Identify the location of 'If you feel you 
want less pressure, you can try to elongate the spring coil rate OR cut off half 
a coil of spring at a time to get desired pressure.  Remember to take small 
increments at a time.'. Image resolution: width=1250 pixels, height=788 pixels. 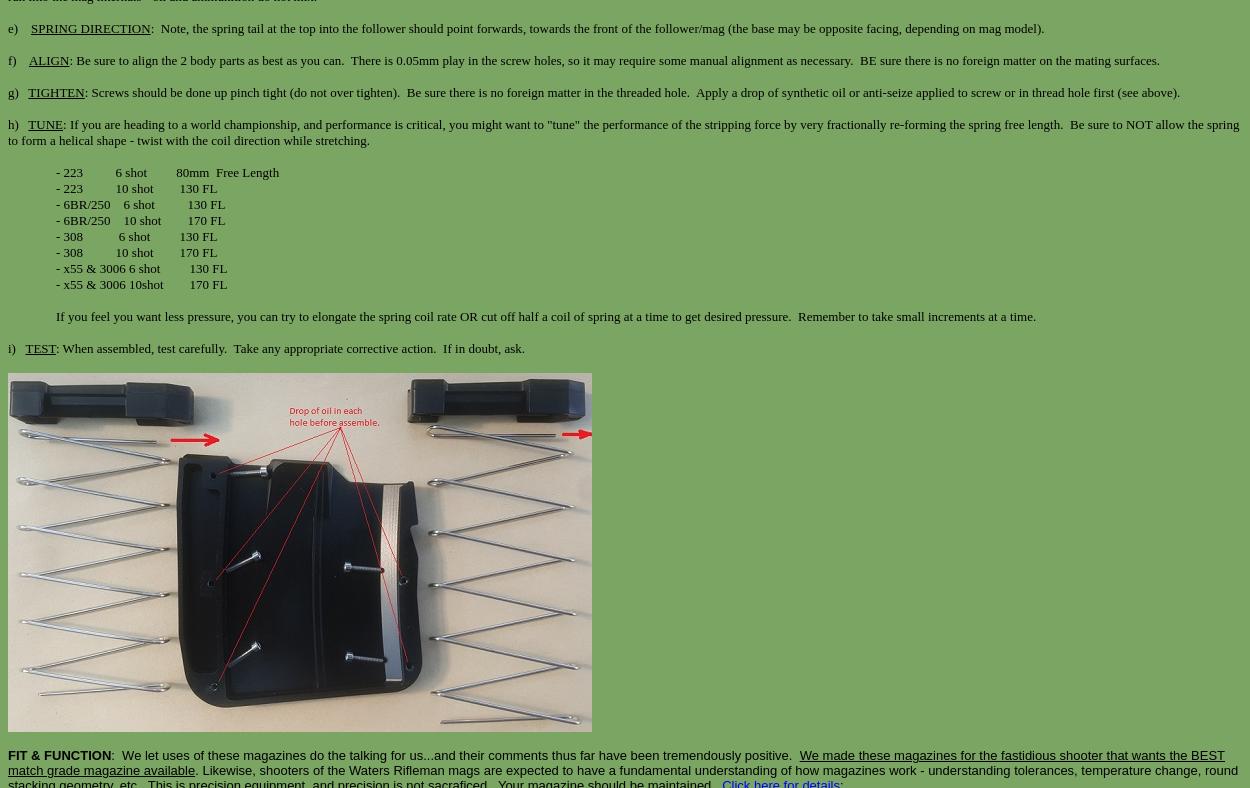
(546, 316).